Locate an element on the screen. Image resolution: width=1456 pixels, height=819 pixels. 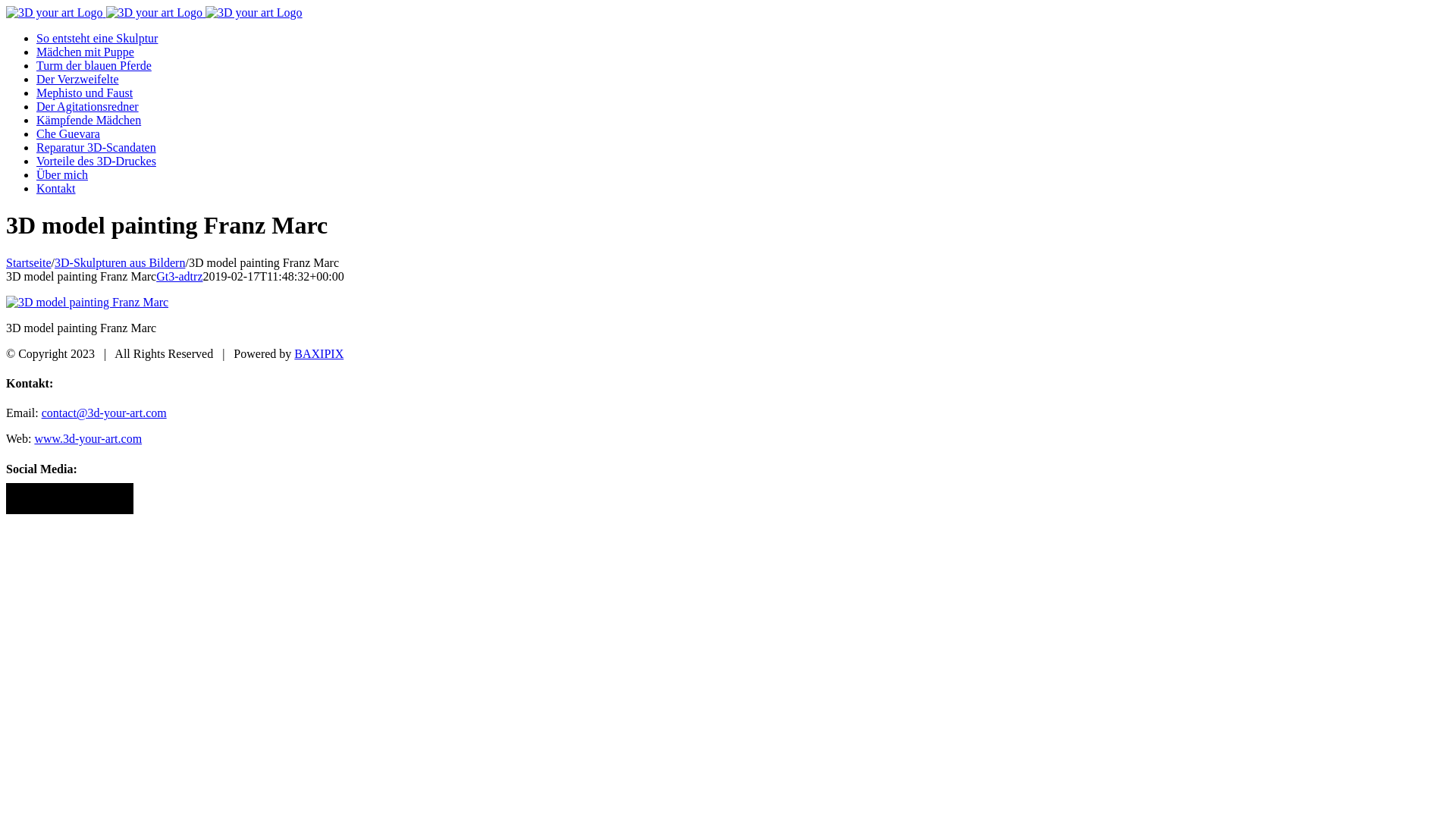
'Vorteile des 3D-Druckes' is located at coordinates (95, 161).